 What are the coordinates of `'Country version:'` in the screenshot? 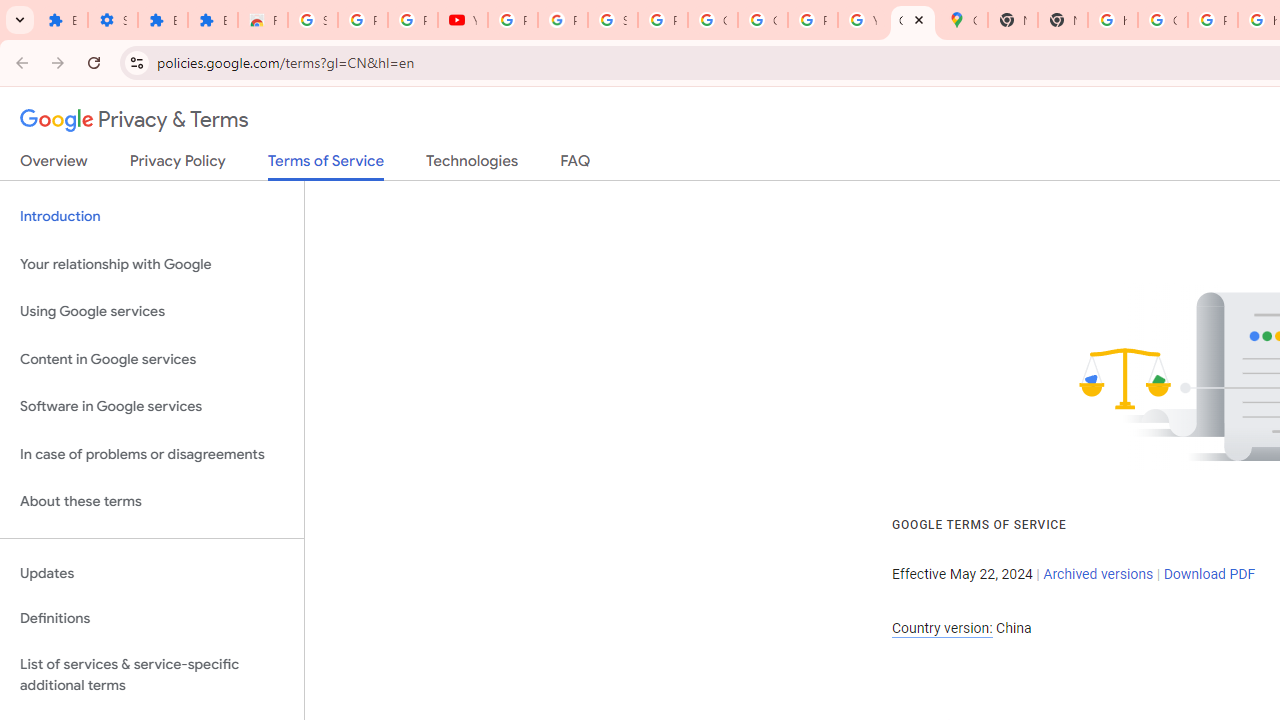 It's located at (941, 627).